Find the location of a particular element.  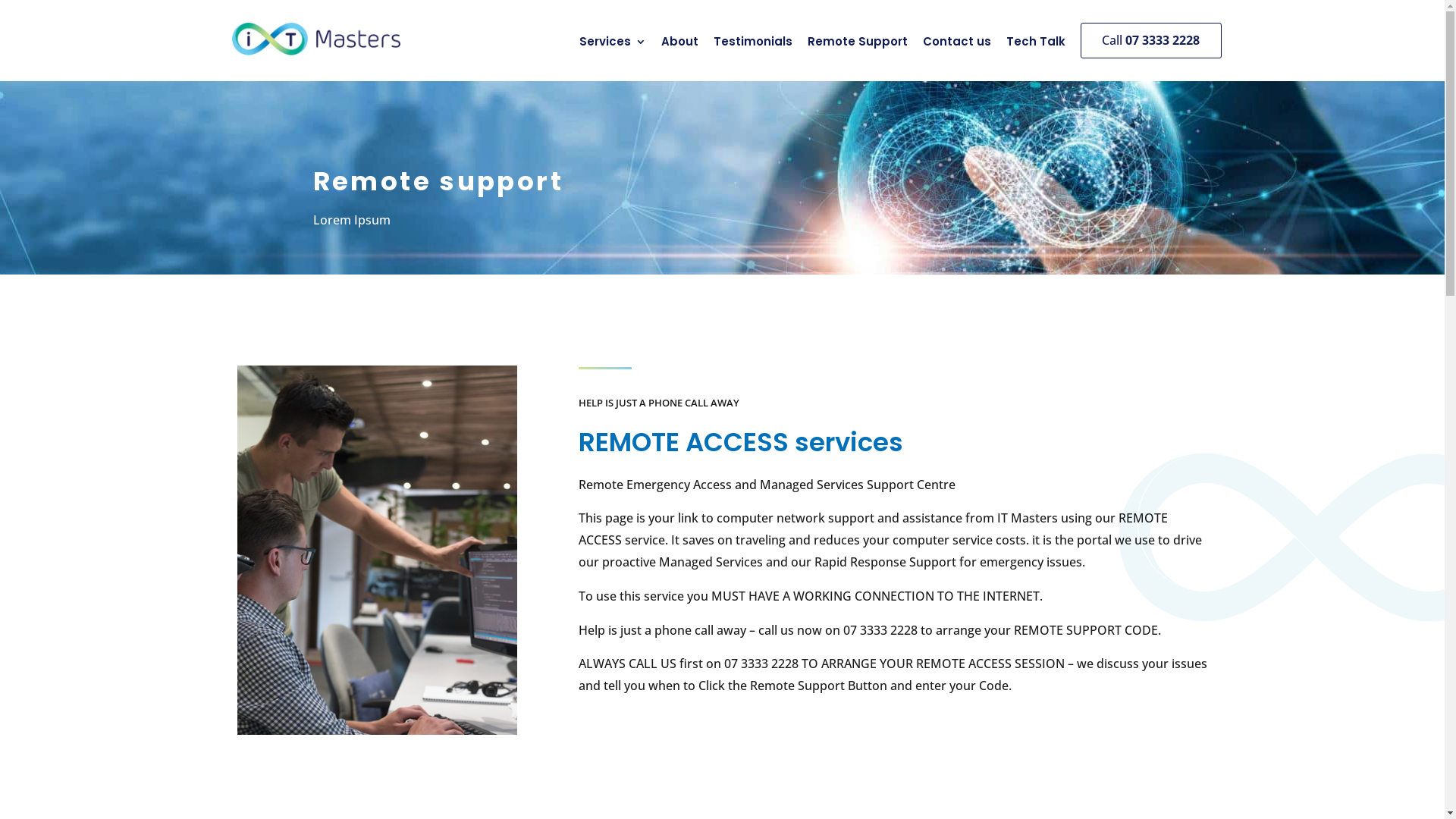

'07 3333 2228' is located at coordinates (1161, 39).